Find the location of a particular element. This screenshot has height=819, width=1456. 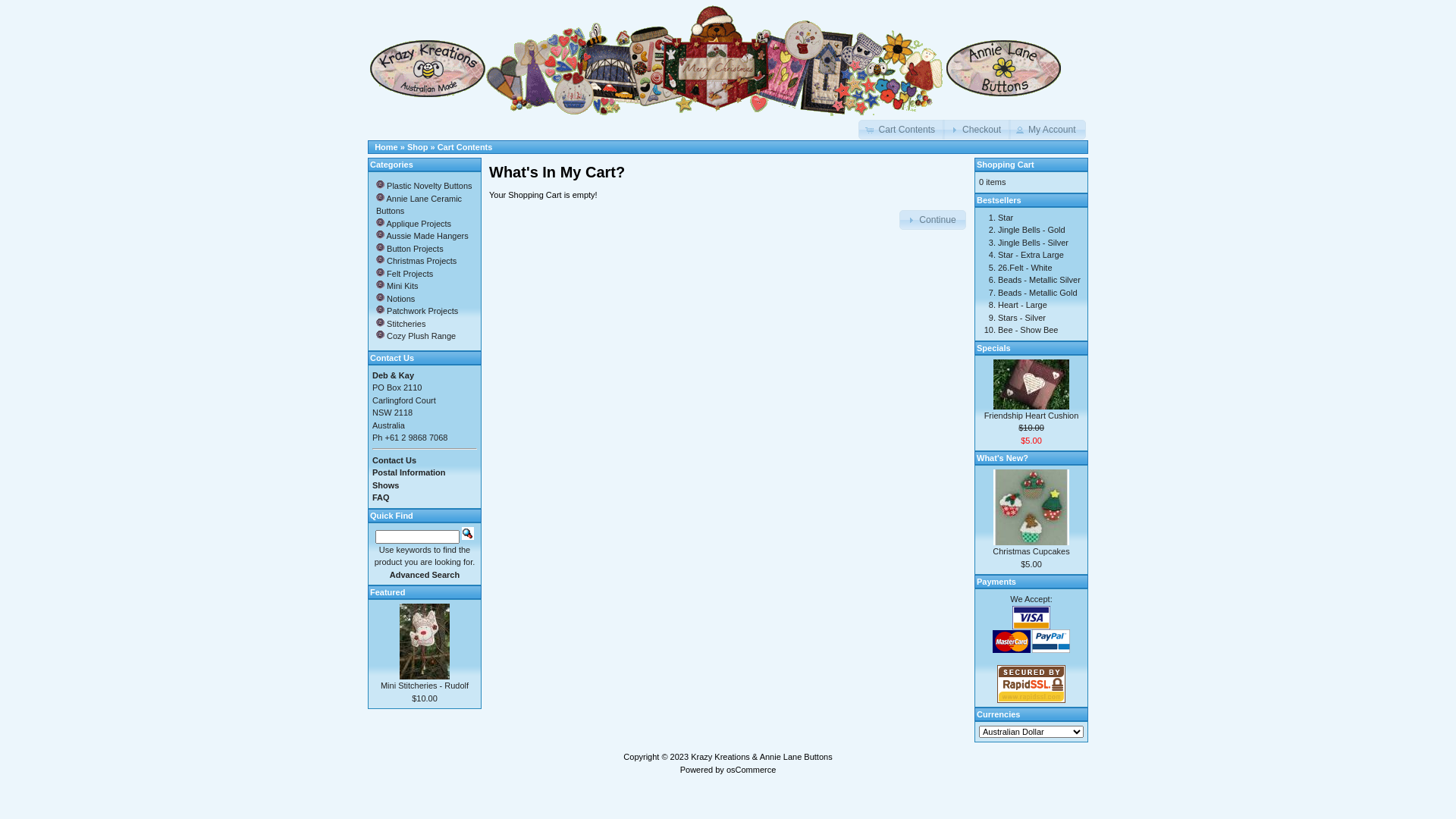

'Postal Information' is located at coordinates (409, 472).